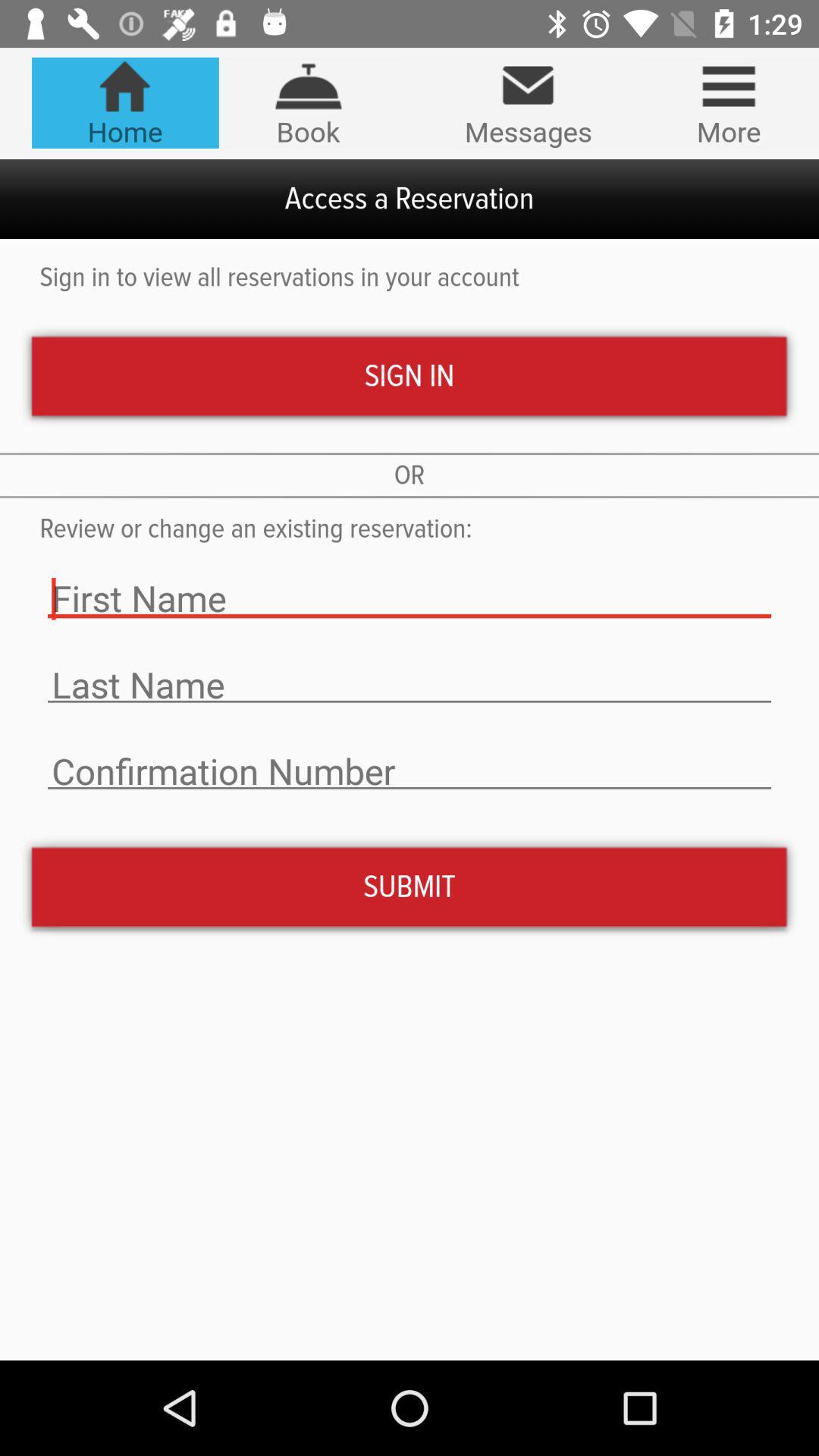  I want to click on the home icon, so click(124, 102).